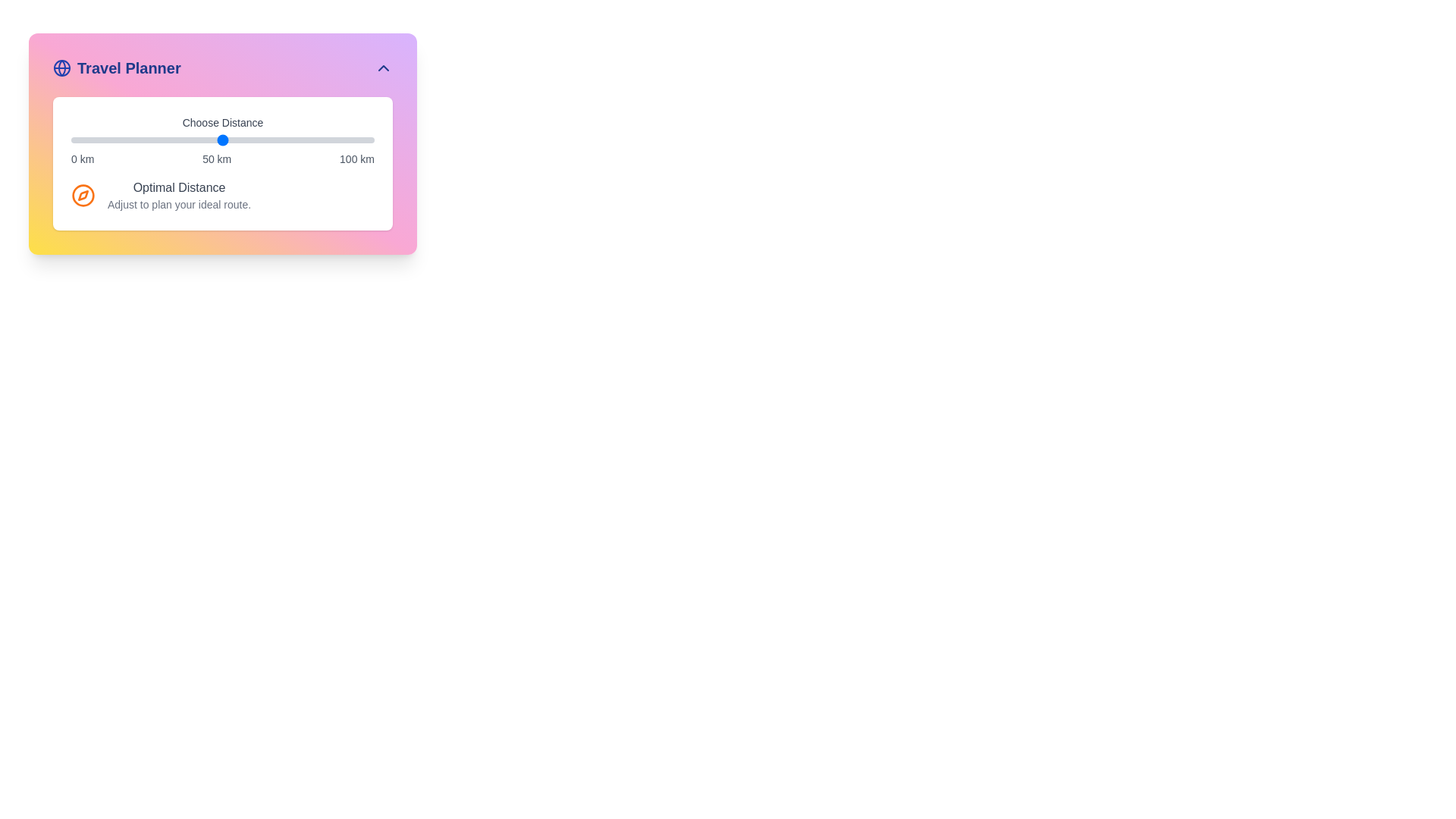 This screenshot has width=1456, height=819. What do you see at coordinates (71, 140) in the screenshot?
I see `the slider` at bounding box center [71, 140].